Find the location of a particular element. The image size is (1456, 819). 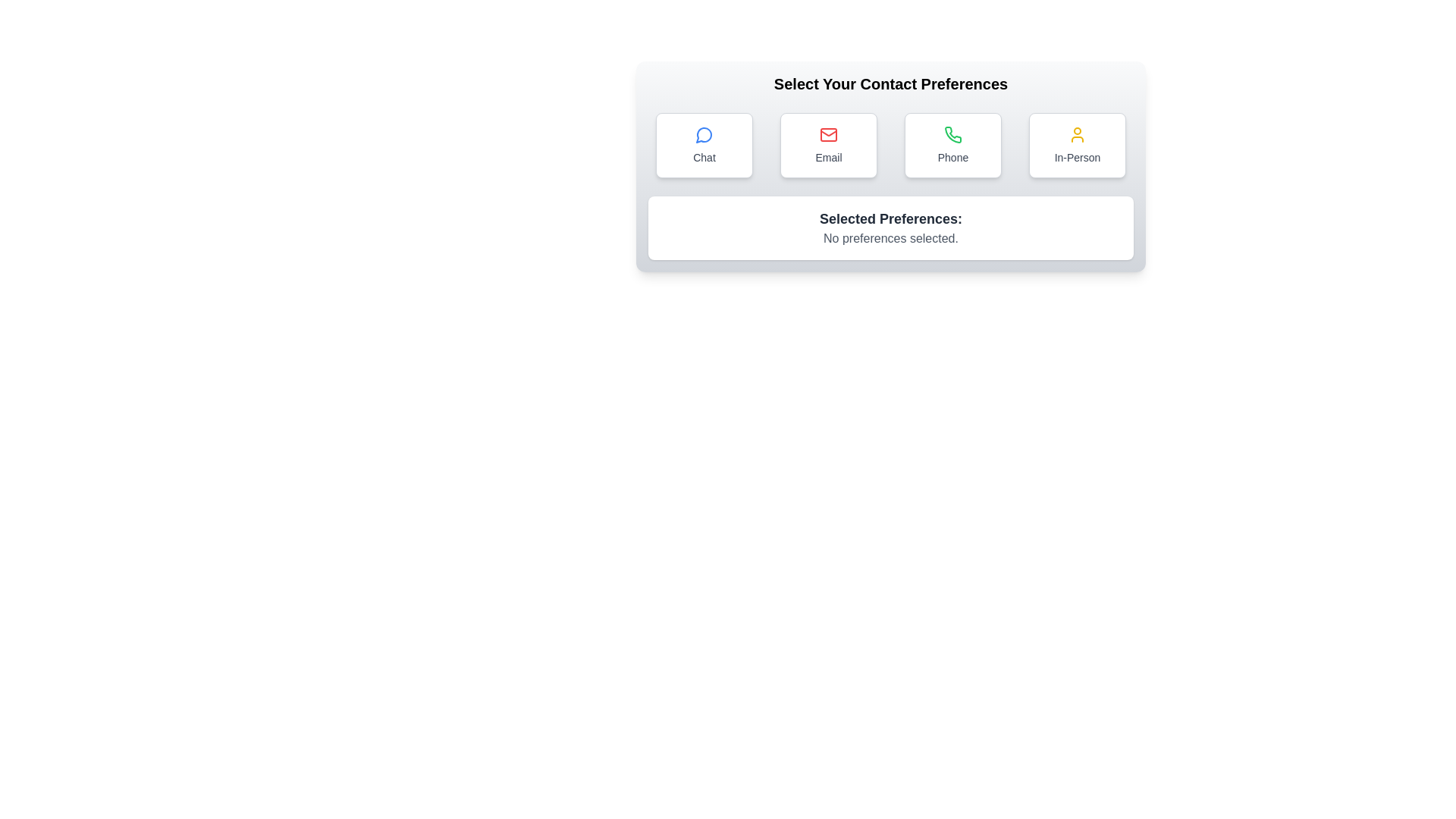

the Chat button to select the corresponding contact preference is located at coordinates (704, 146).